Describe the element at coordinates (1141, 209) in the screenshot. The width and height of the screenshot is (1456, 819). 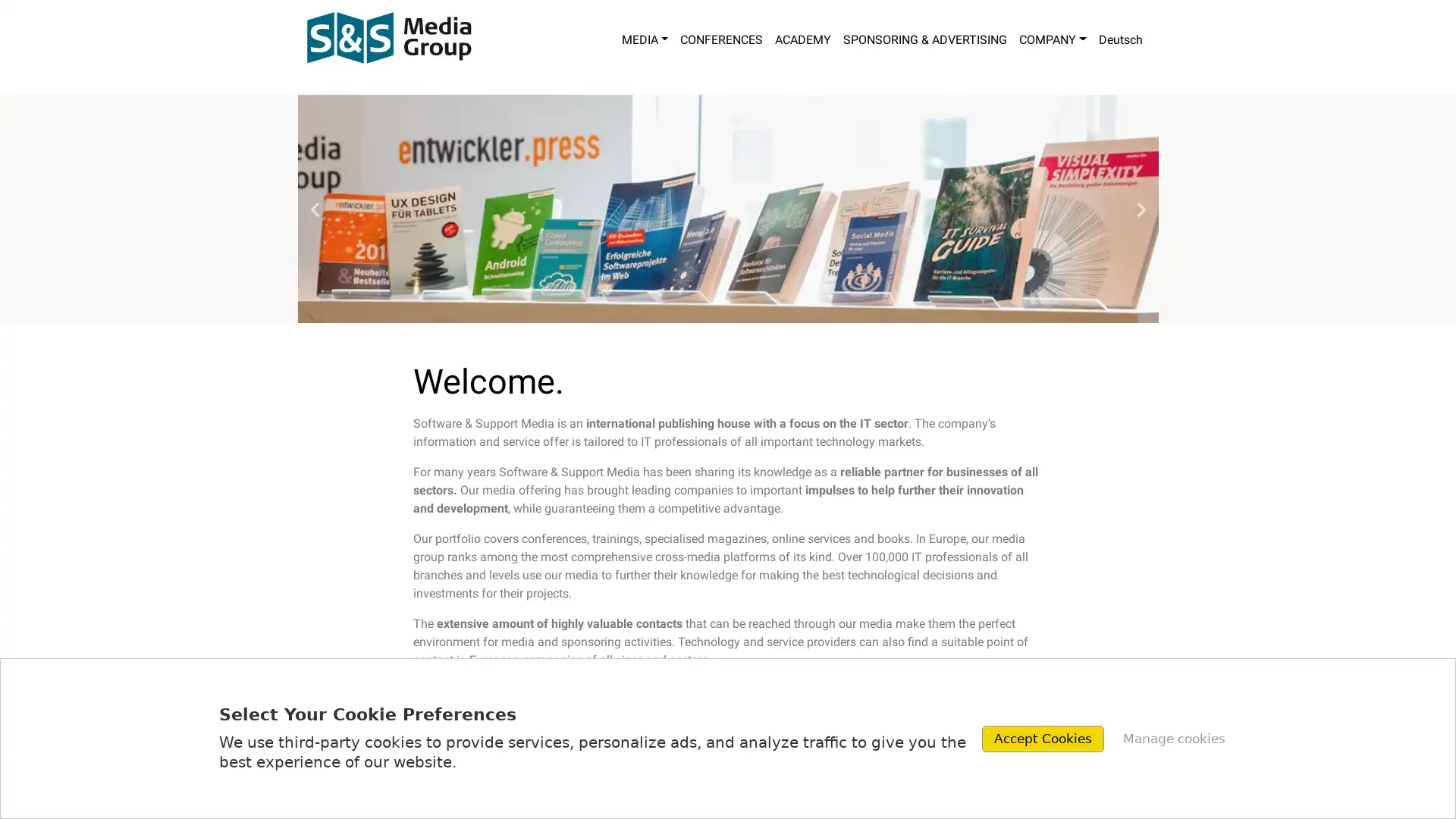
I see `Next slide` at that location.